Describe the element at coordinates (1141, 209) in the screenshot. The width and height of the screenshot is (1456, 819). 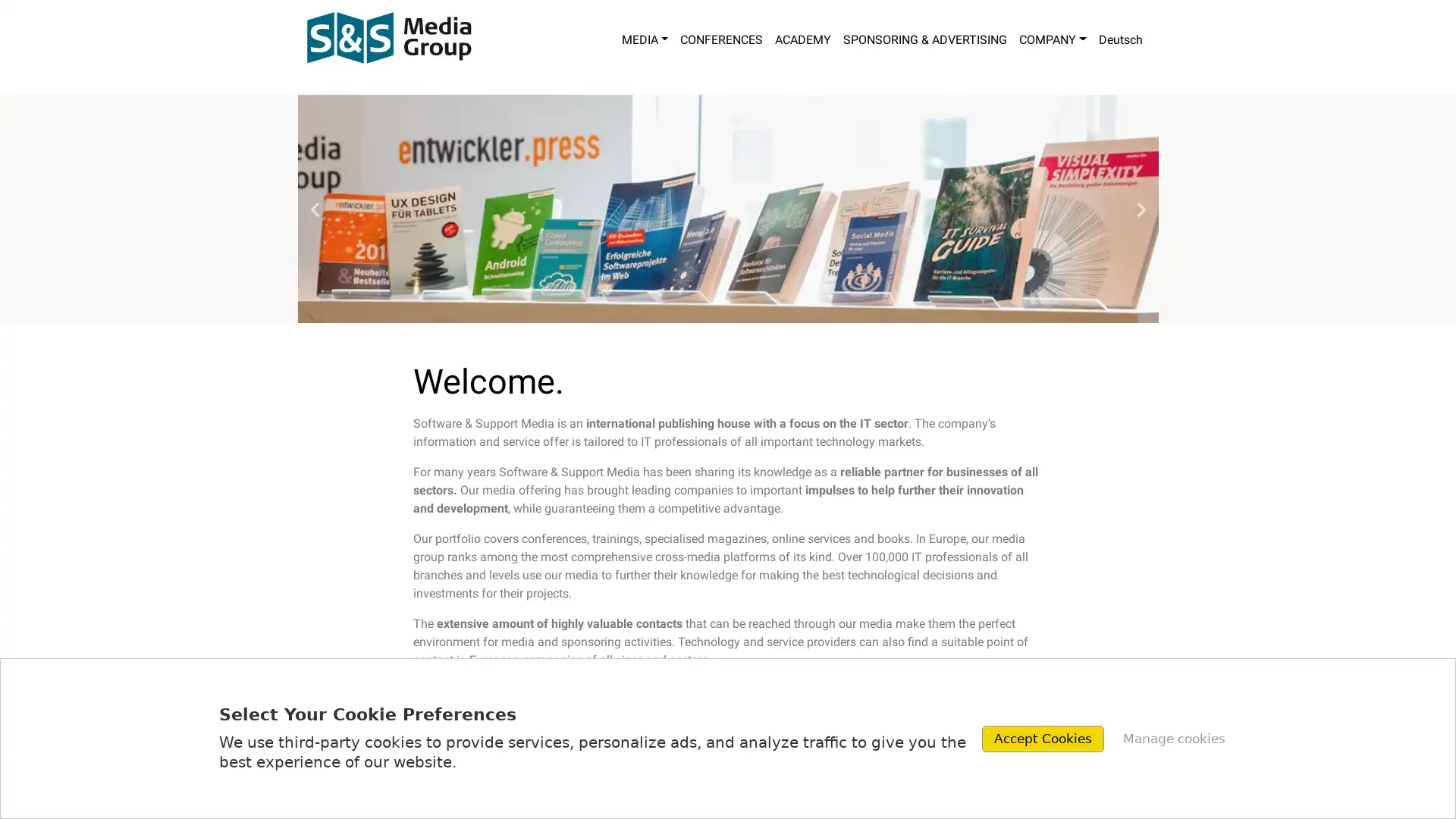
I see `Next slide` at that location.